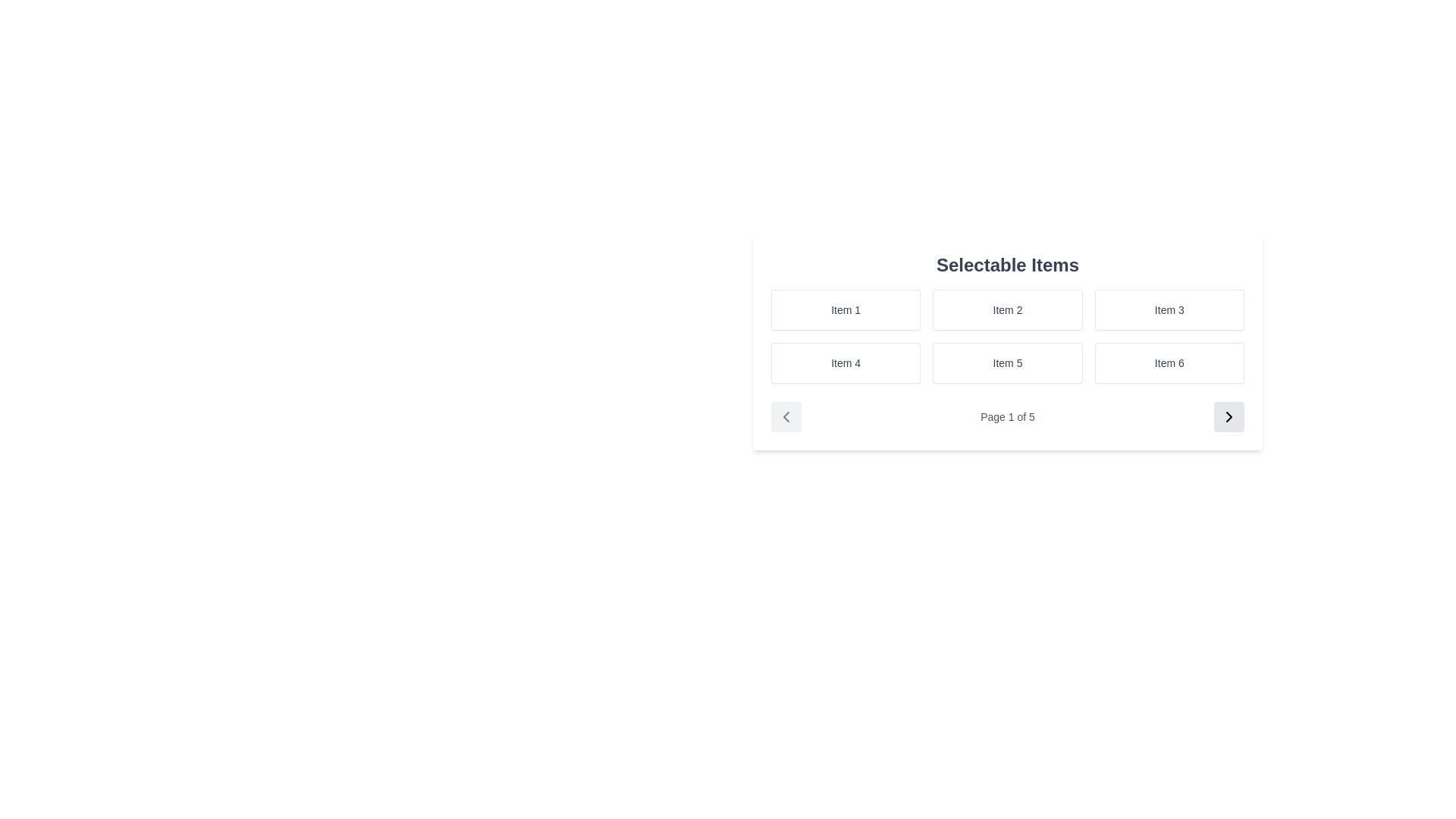 Image resolution: width=1456 pixels, height=819 pixels. I want to click on the clickable card labeled 'Item 5', which is a rectangular area with a white background and dark gray text, located in the grid layout as the second item in the second row, so click(1008, 362).